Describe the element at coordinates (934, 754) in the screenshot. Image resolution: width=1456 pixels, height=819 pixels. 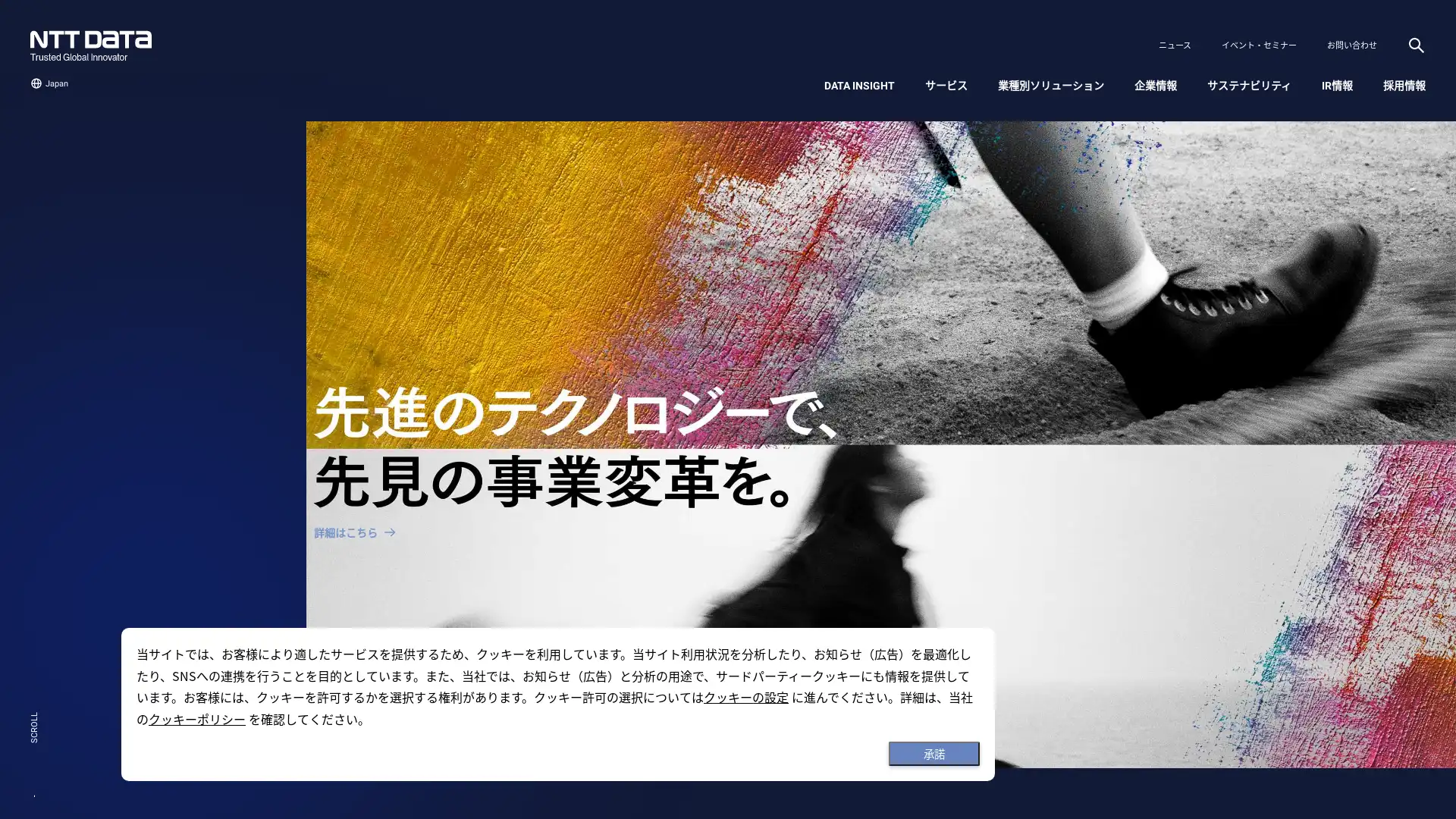
I see `Close consent Widget` at that location.